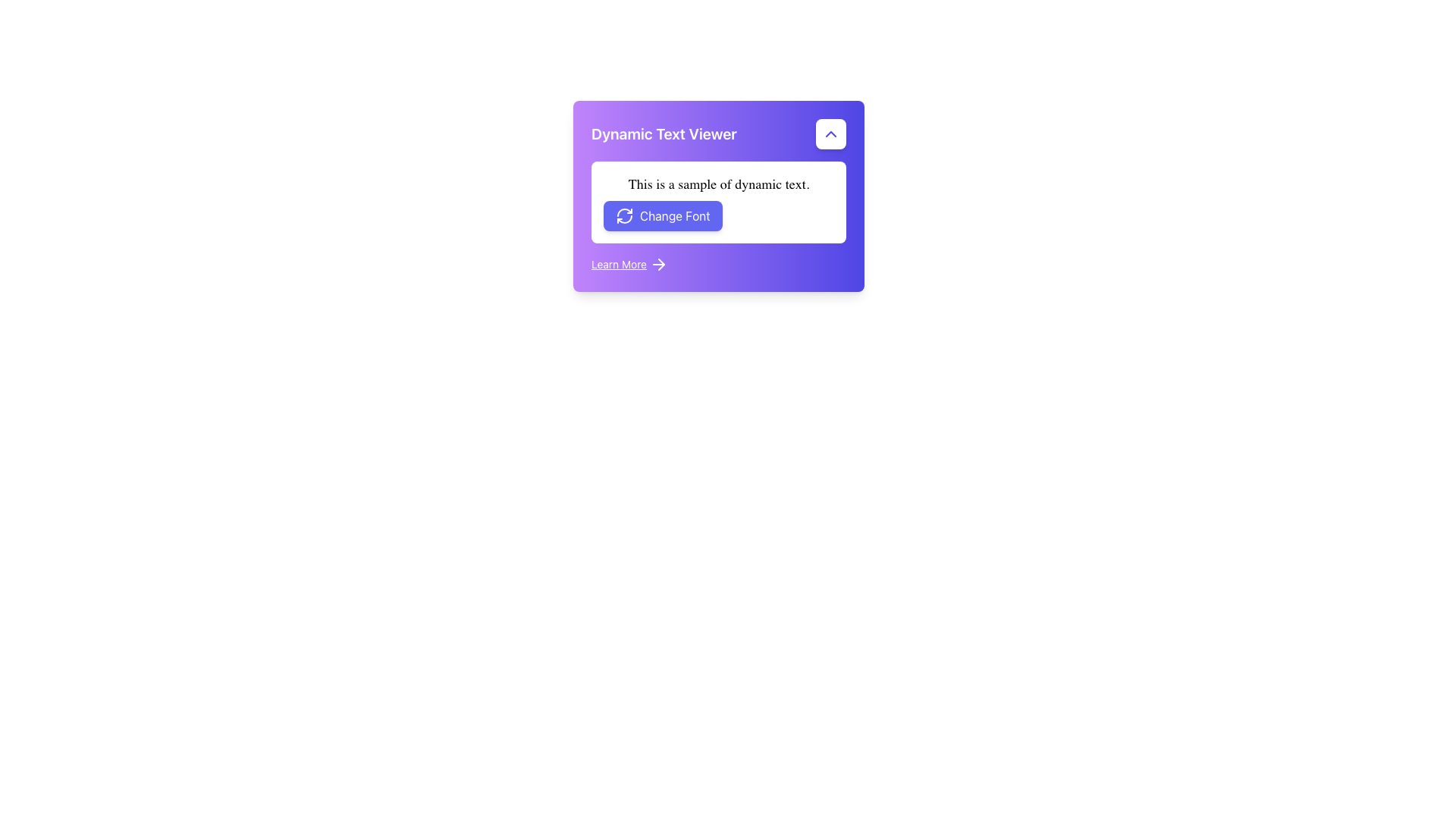 The width and height of the screenshot is (1456, 819). What do you see at coordinates (658, 263) in the screenshot?
I see `the right-pointing arrow icon located next to the 'Learn More' text to trigger a tooltip` at bounding box center [658, 263].